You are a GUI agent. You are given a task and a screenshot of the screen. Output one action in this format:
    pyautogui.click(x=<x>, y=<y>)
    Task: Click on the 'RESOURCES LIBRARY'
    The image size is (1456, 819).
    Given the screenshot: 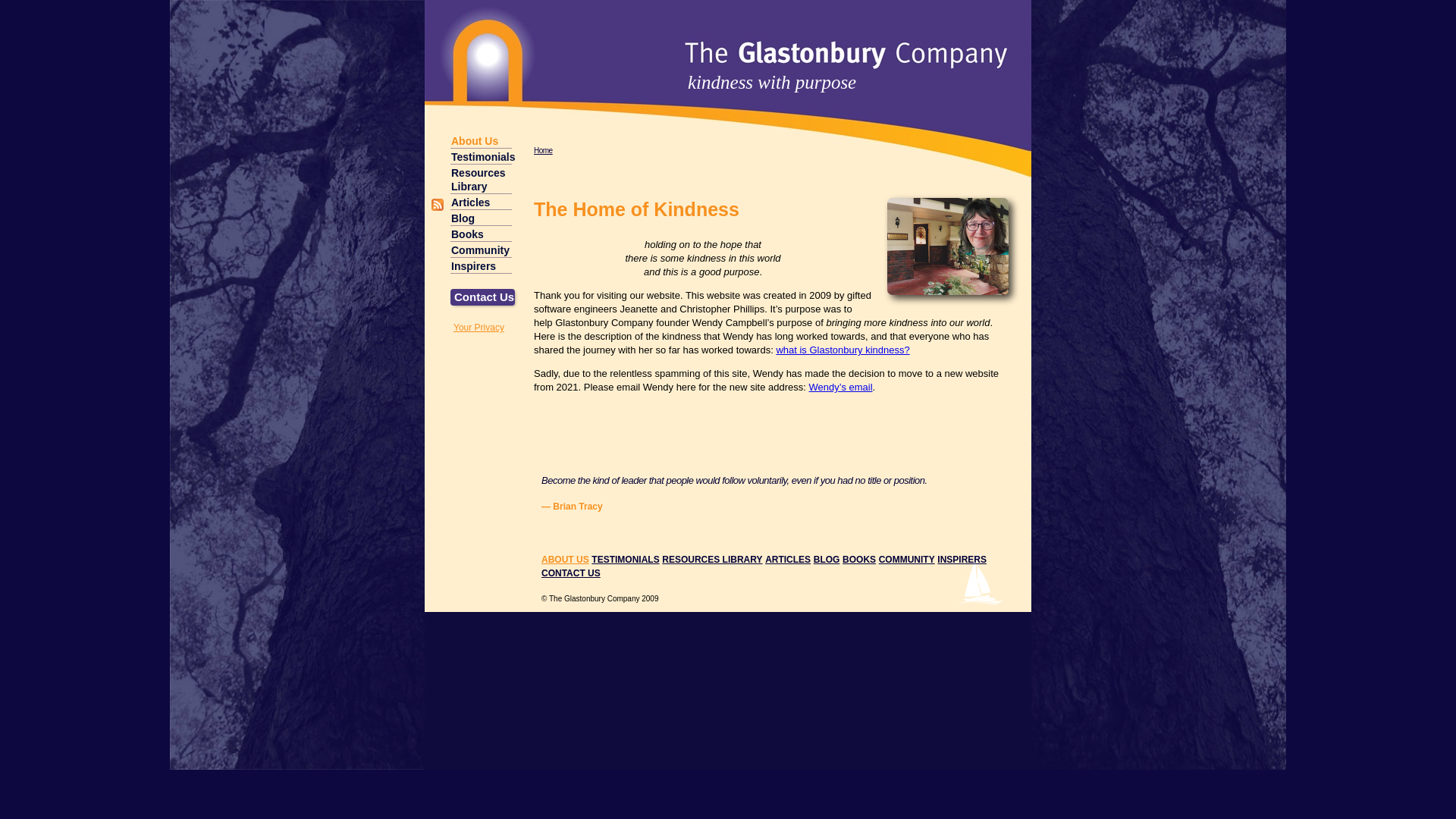 What is the action you would take?
    pyautogui.click(x=711, y=559)
    